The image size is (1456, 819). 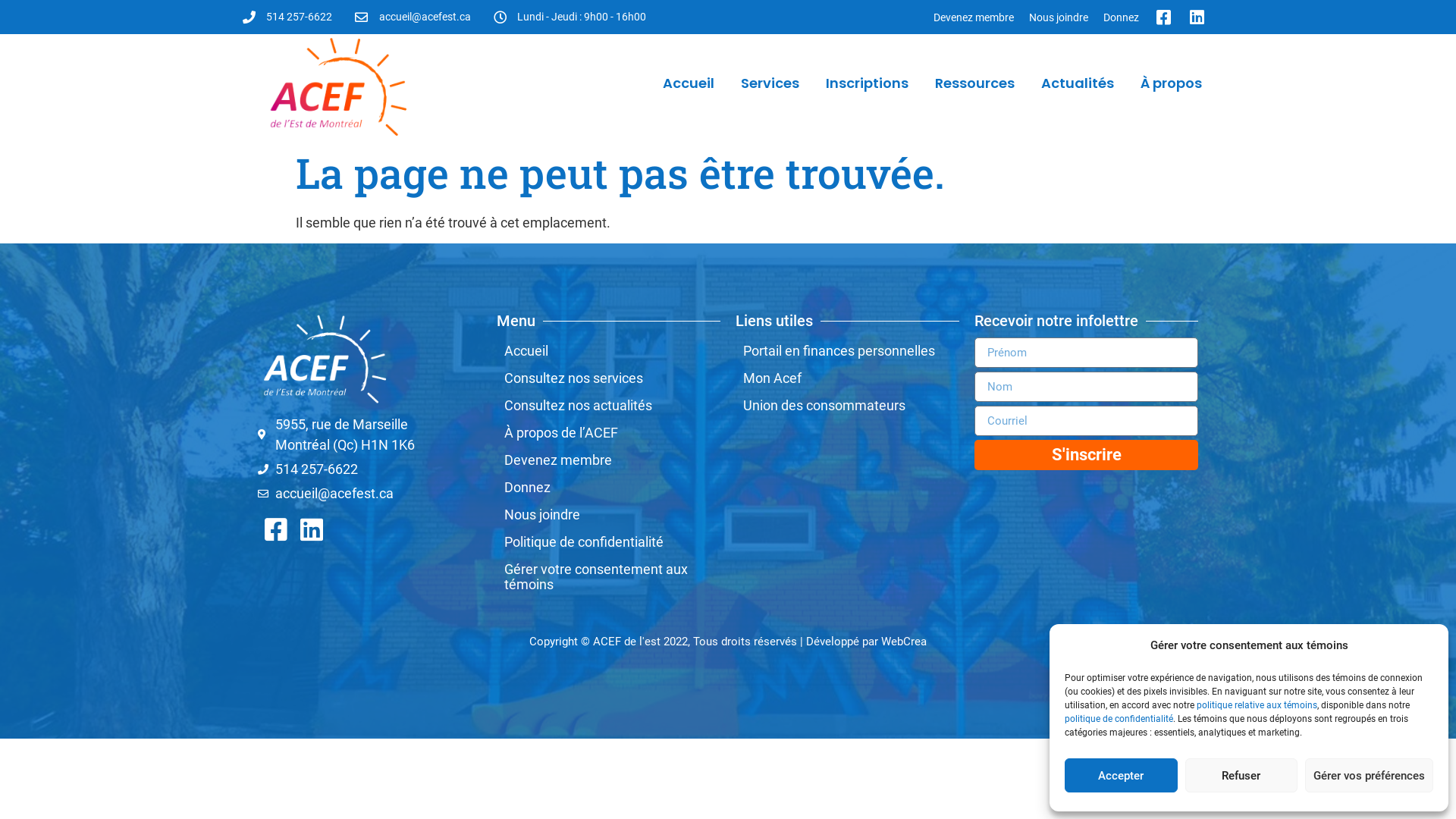 What do you see at coordinates (1241, 775) in the screenshot?
I see `'Refuser'` at bounding box center [1241, 775].